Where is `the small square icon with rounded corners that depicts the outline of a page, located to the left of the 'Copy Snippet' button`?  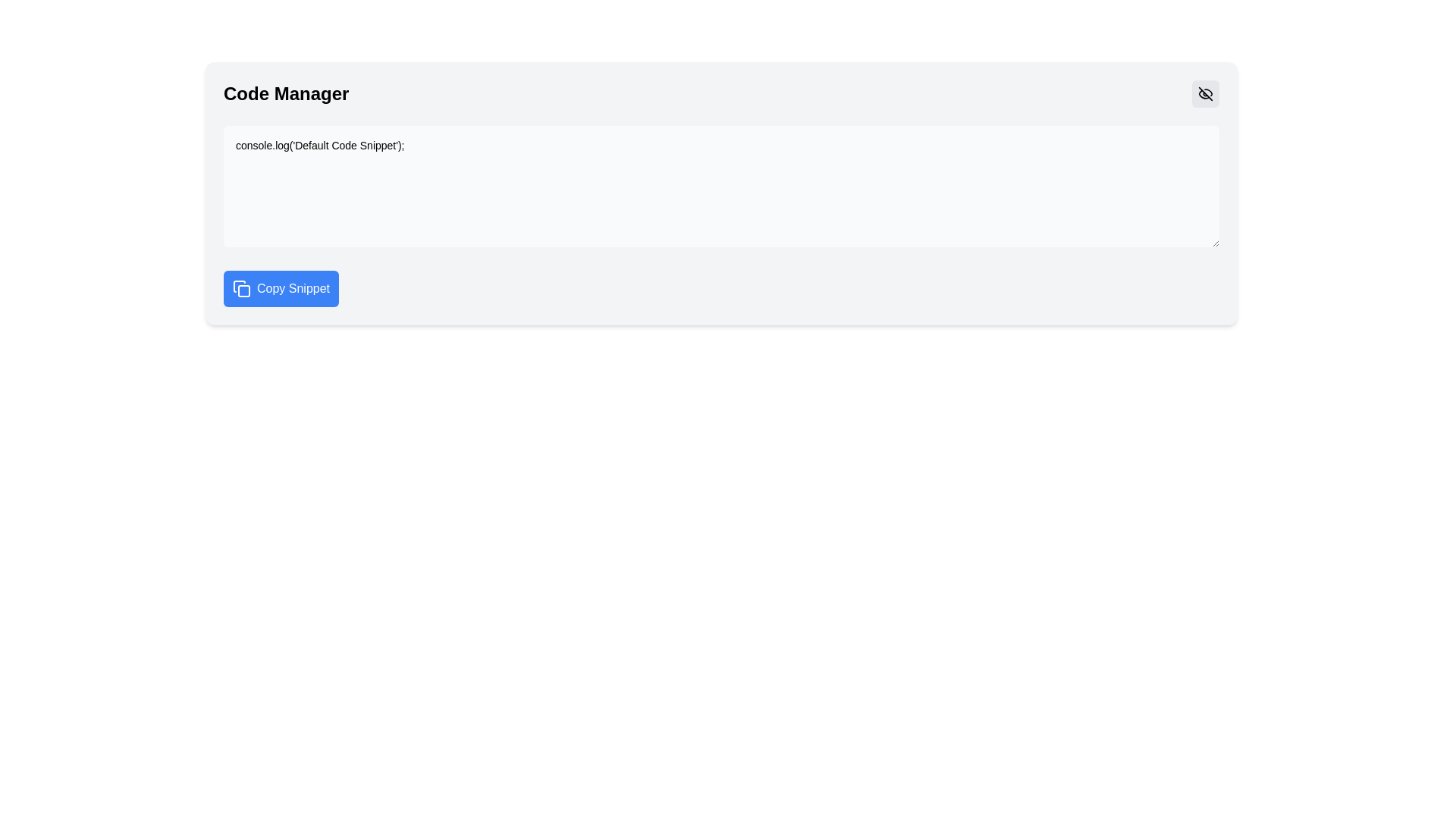
the small square icon with rounded corners that depicts the outline of a page, located to the left of the 'Copy Snippet' button is located at coordinates (240, 289).